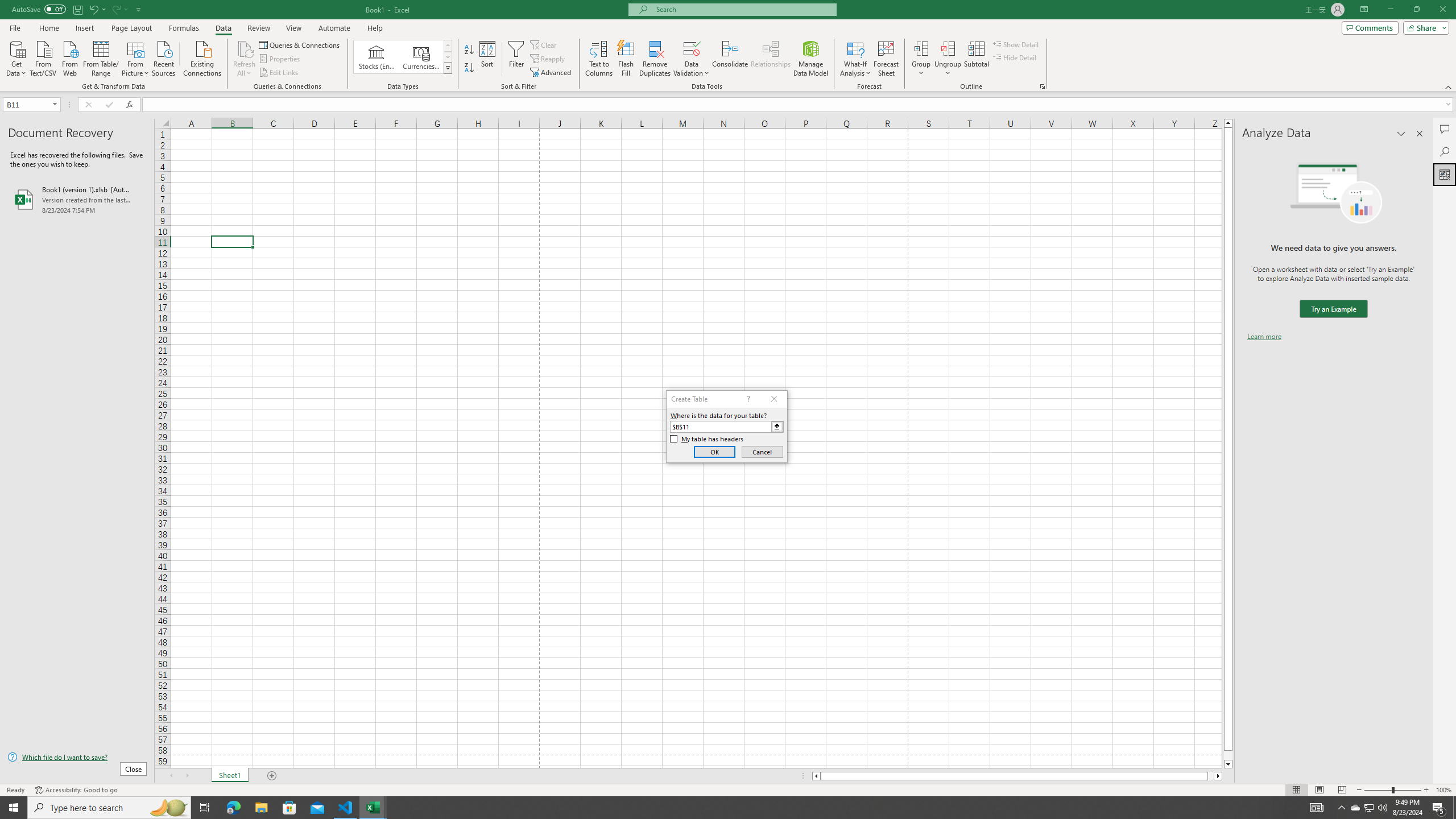  I want to click on 'From Picture', so click(136, 57).